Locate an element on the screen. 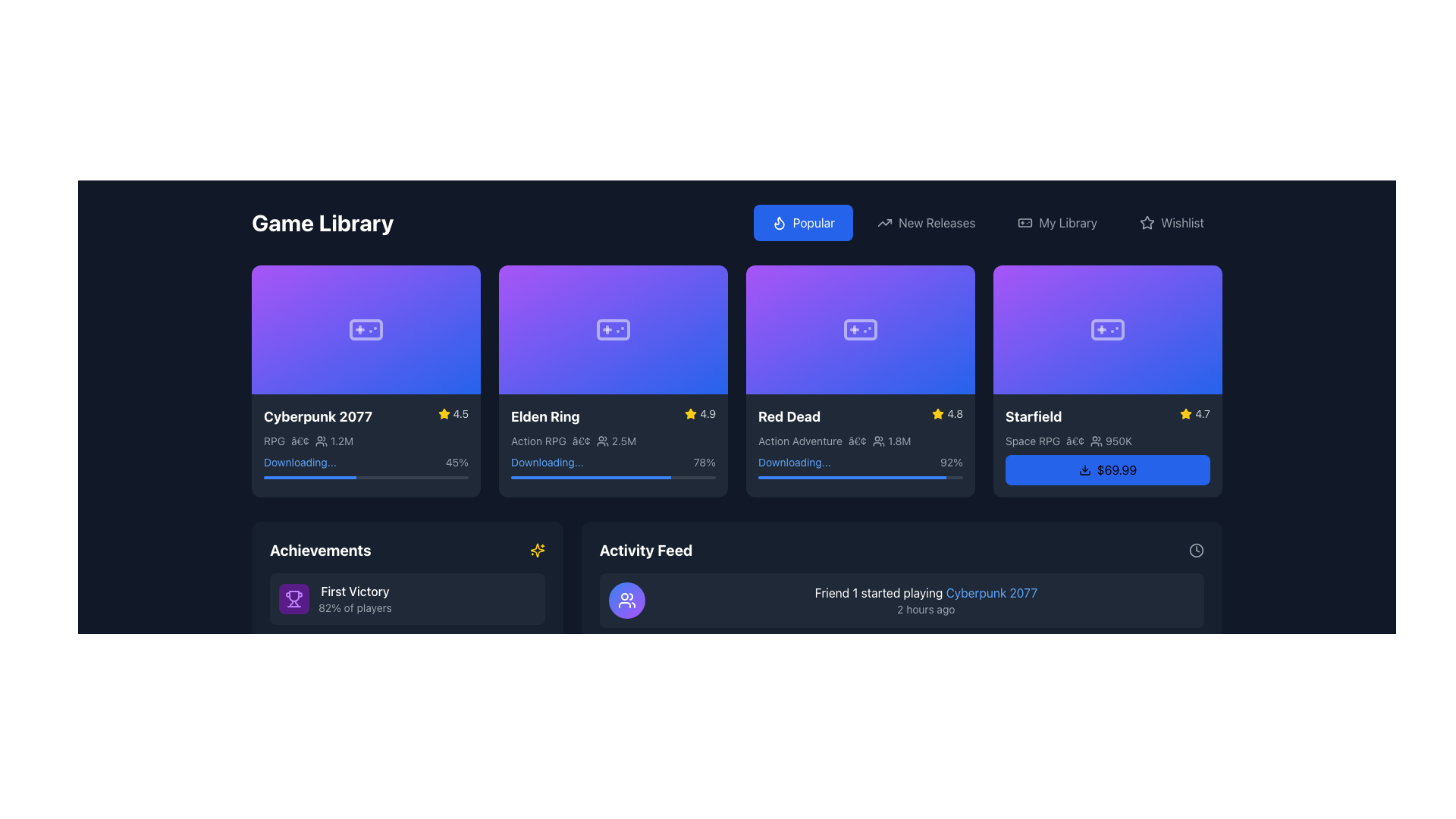  the Interactive play icon located at the top-right corner of the 'Red Dead' card is located at coordinates (954, 284).